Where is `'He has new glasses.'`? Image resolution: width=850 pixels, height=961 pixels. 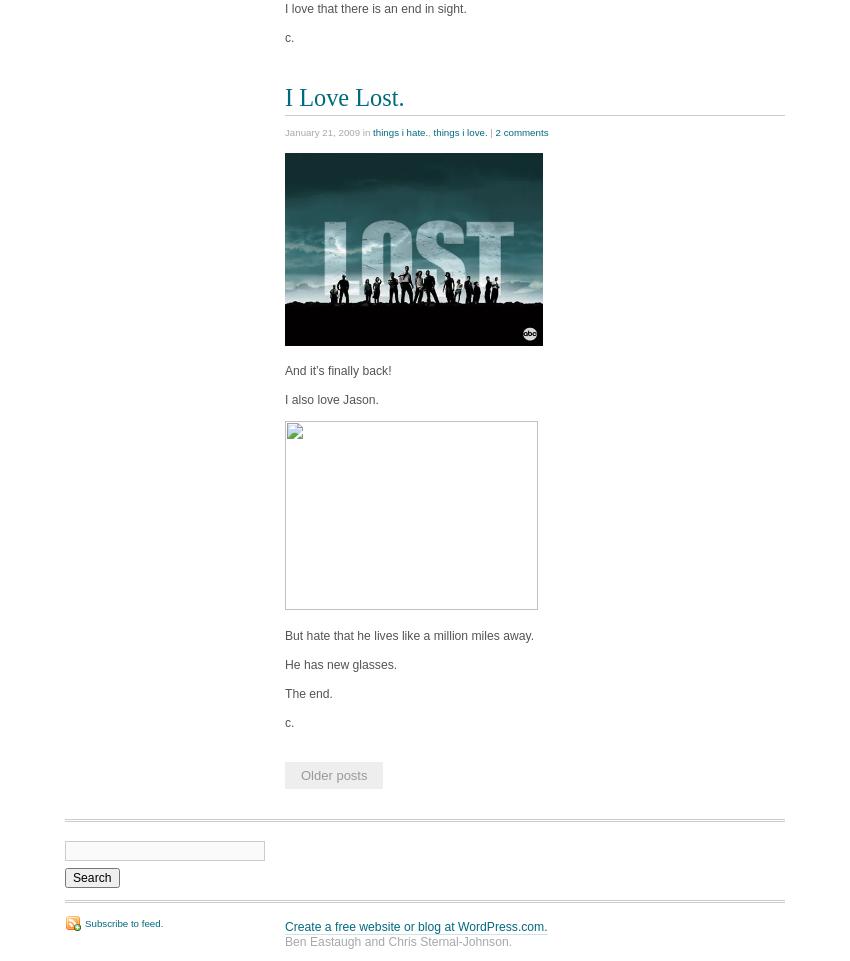
'He has new glasses.' is located at coordinates (340, 662).